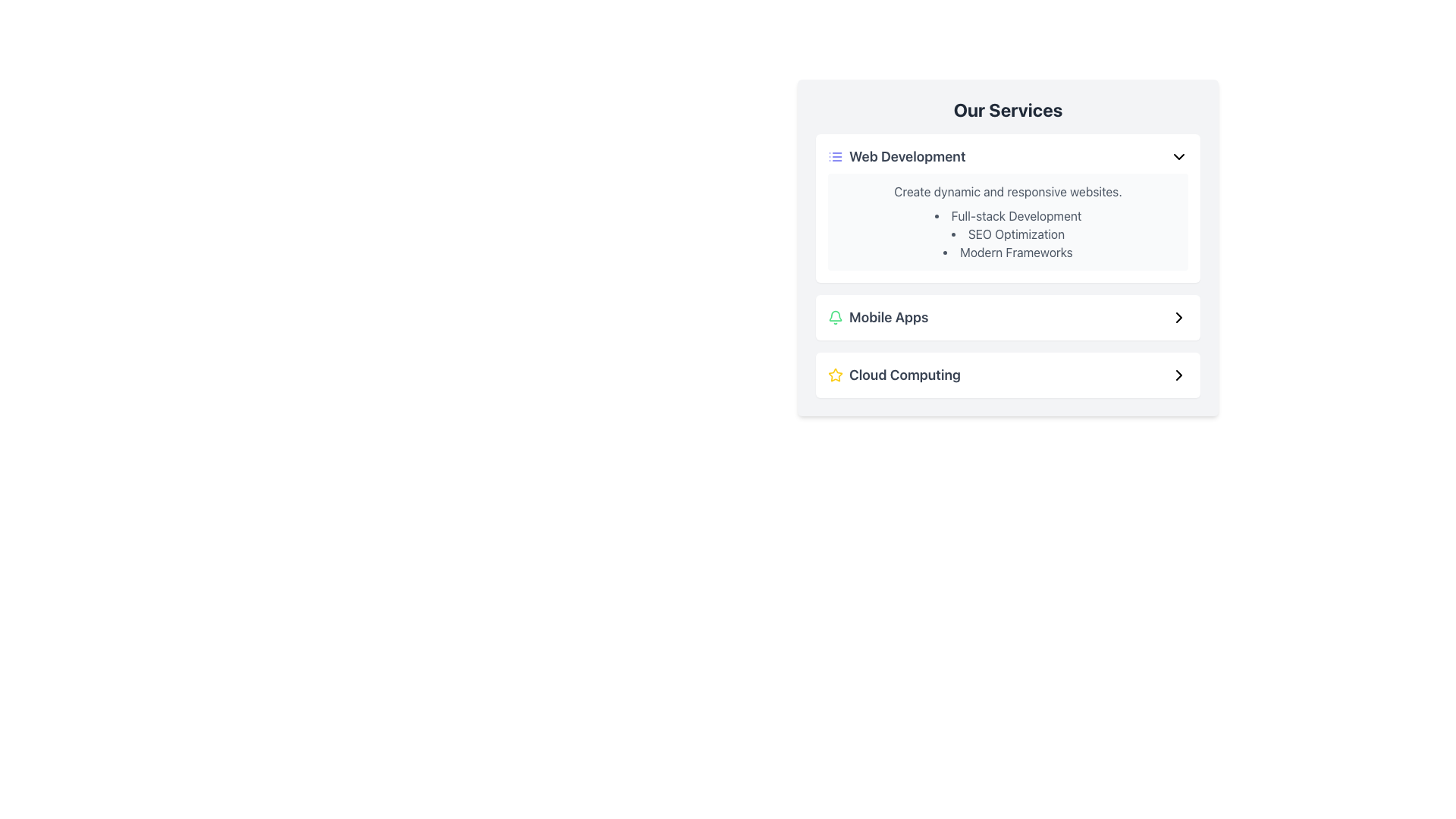 Image resolution: width=1456 pixels, height=819 pixels. I want to click on the collapsible/expandable icon for the 'Web Development' section, which is located next to the text 'Web Development' at the top of the service categories list, so click(1178, 157).